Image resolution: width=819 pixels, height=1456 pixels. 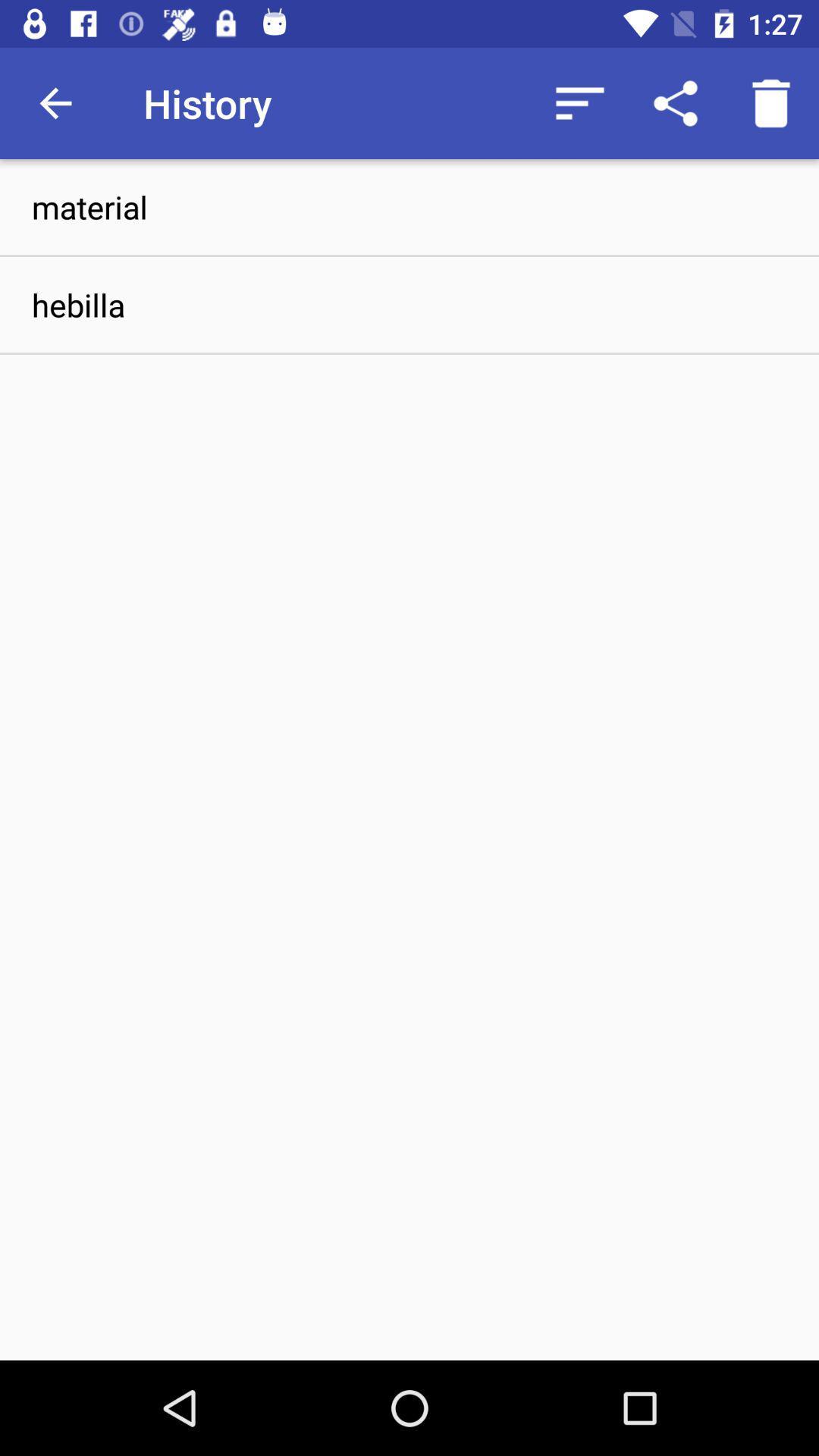 I want to click on hebilla icon, so click(x=409, y=304).